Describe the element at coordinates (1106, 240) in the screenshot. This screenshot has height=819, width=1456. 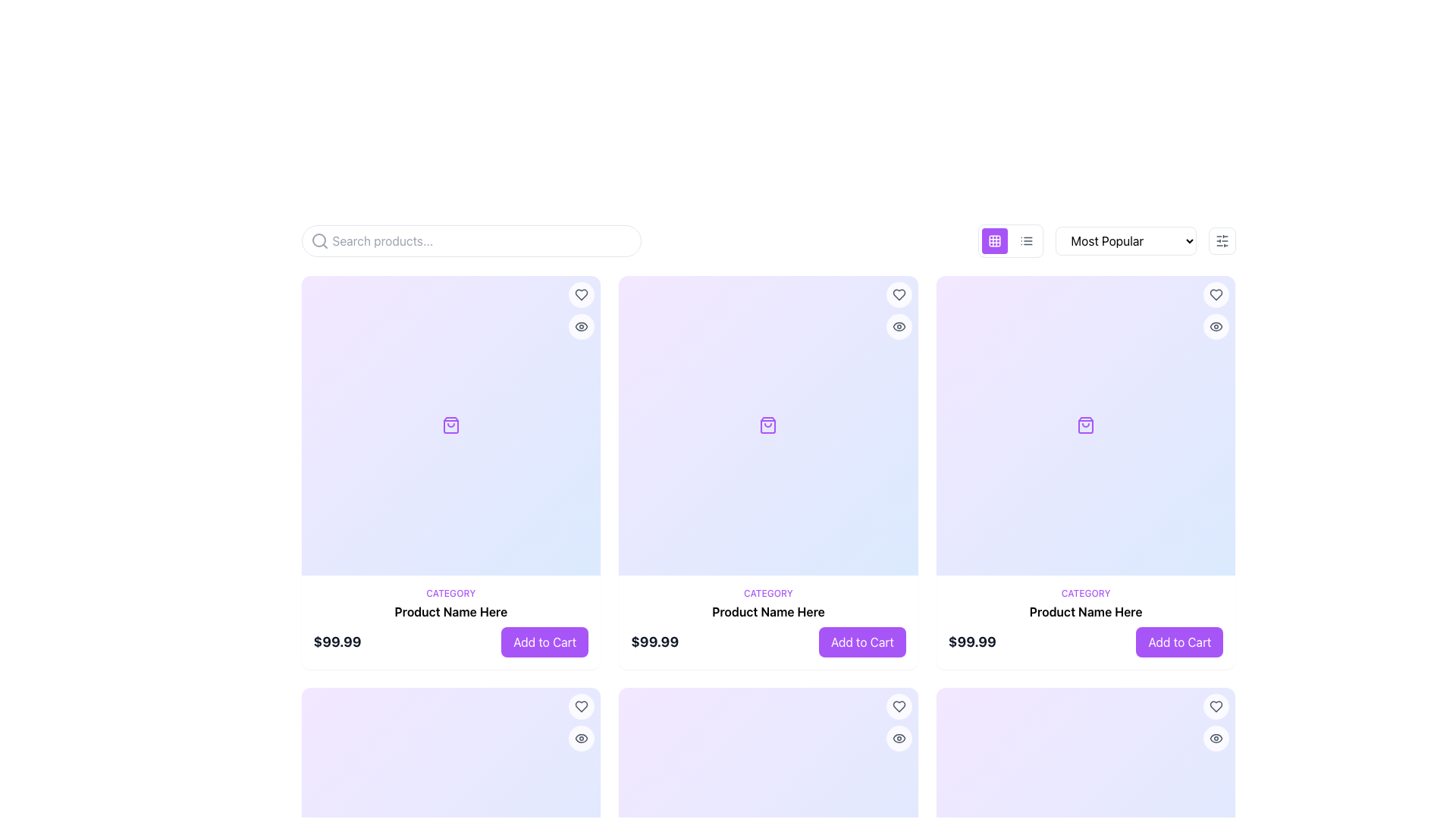
I see `the dropdown menu displaying 'Most Popular' with a white background and gray border` at that location.